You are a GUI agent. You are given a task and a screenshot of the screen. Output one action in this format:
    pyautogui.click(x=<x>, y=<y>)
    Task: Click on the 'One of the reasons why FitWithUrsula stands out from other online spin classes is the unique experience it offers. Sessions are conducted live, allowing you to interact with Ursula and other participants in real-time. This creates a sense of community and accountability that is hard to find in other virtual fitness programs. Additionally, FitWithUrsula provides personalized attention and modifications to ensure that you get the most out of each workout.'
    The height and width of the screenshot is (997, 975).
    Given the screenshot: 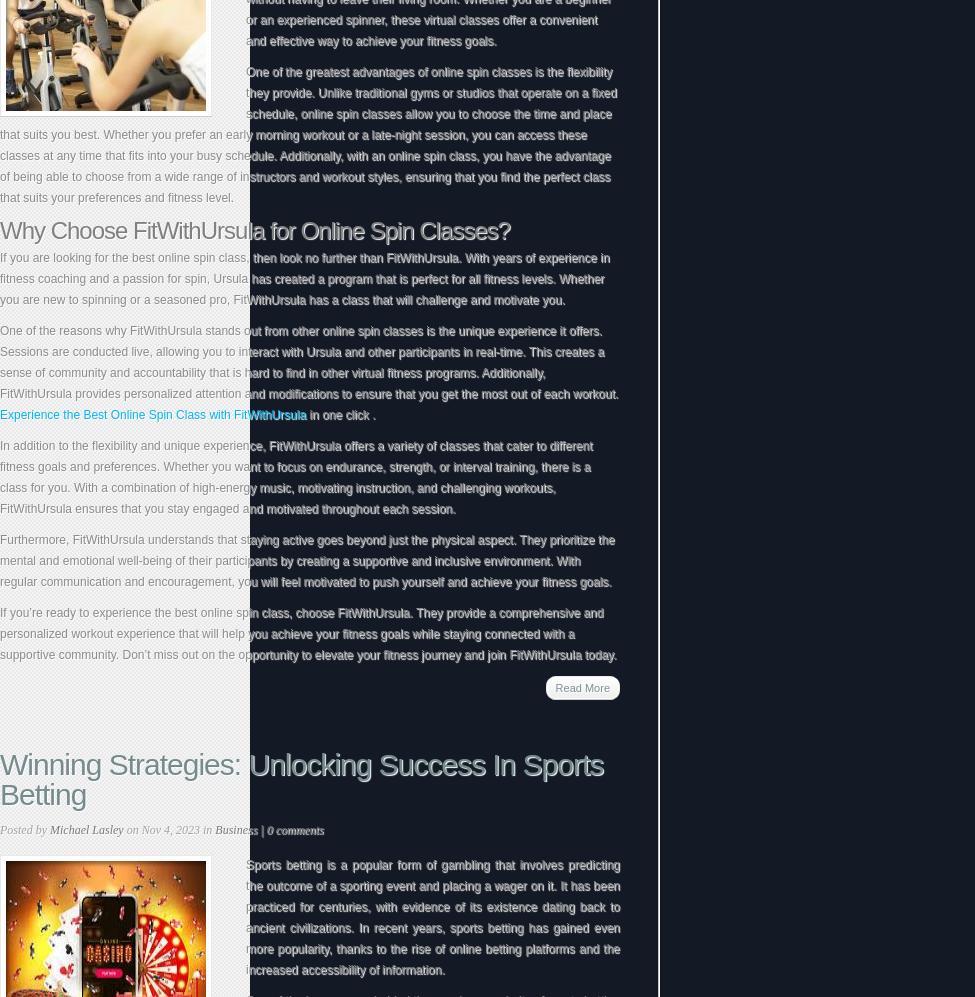 What is the action you would take?
    pyautogui.click(x=307, y=361)
    